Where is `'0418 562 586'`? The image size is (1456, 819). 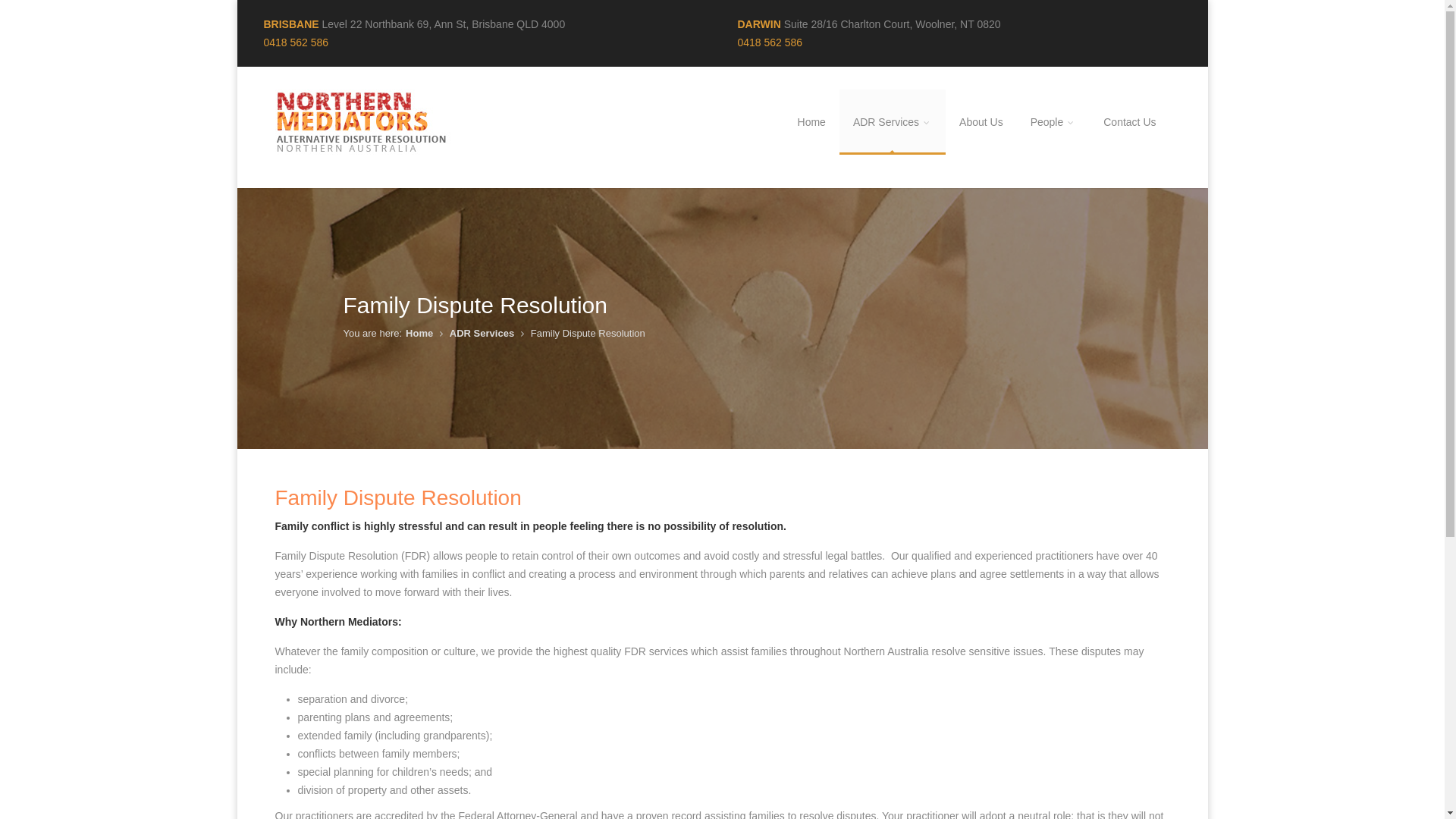 '0418 562 586' is located at coordinates (769, 42).